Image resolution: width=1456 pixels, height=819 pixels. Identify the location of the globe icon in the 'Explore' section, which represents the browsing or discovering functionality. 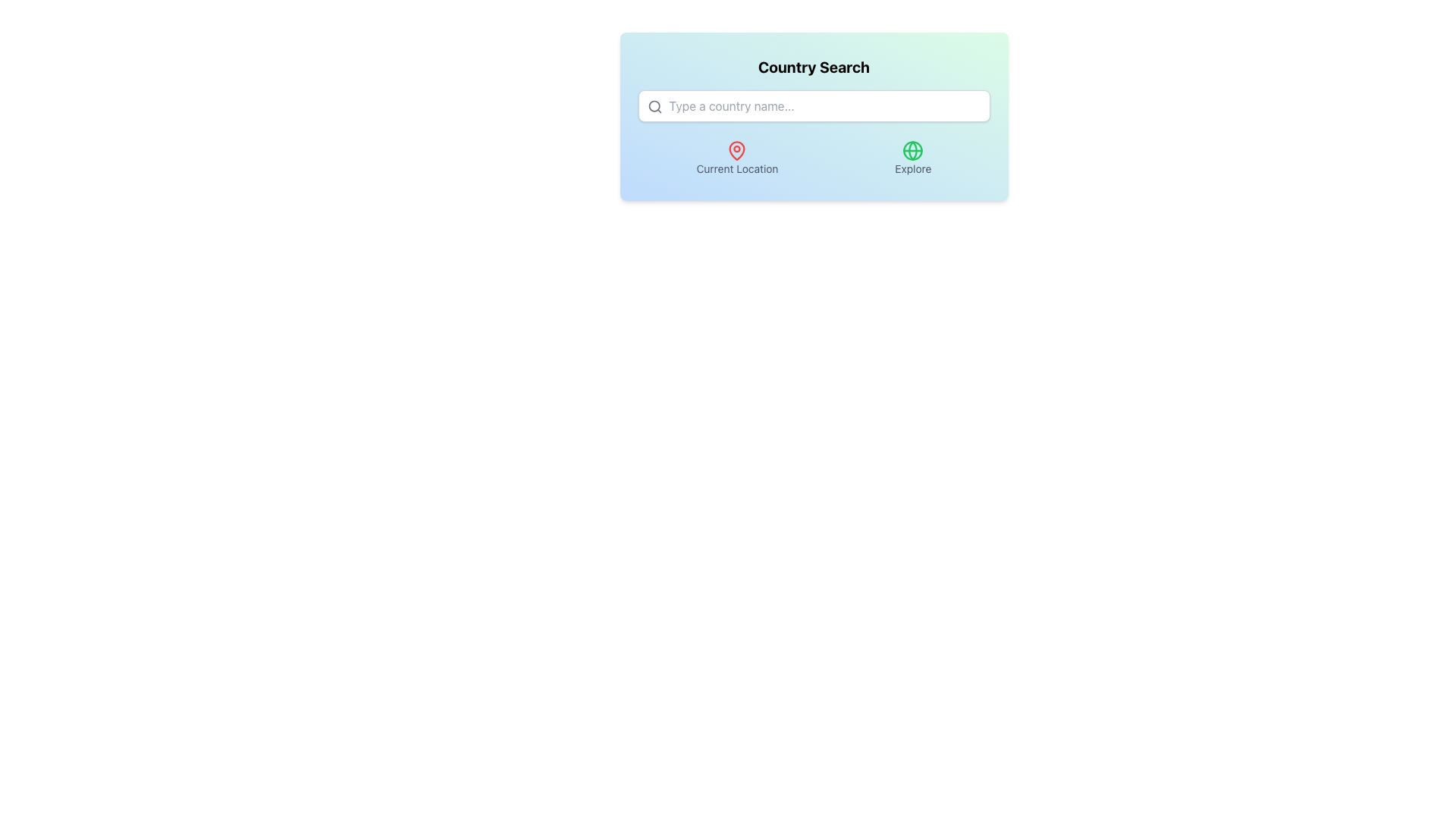
(912, 151).